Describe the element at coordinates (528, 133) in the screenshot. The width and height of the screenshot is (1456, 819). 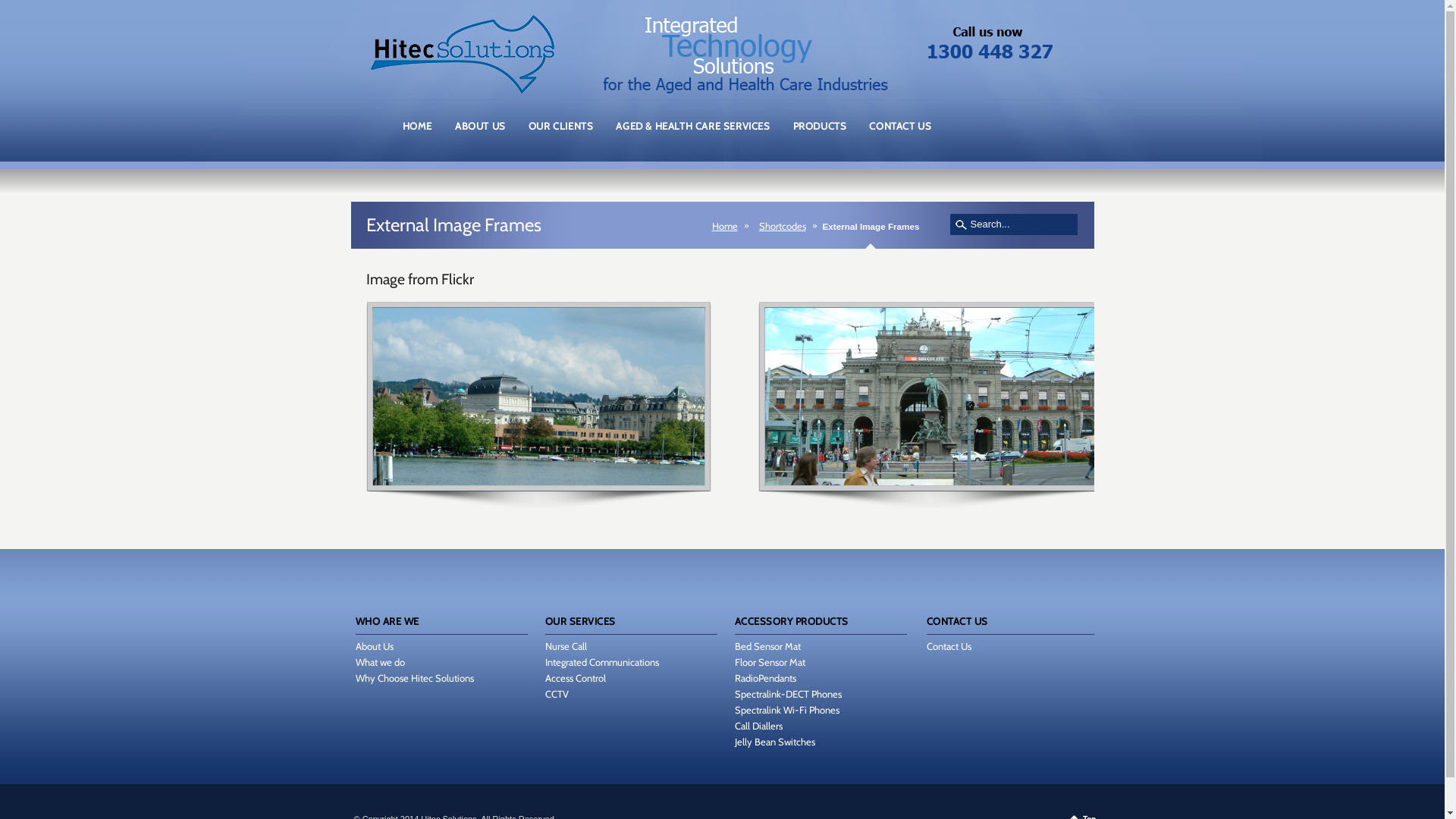
I see `'OUR CLIENTS'` at that location.